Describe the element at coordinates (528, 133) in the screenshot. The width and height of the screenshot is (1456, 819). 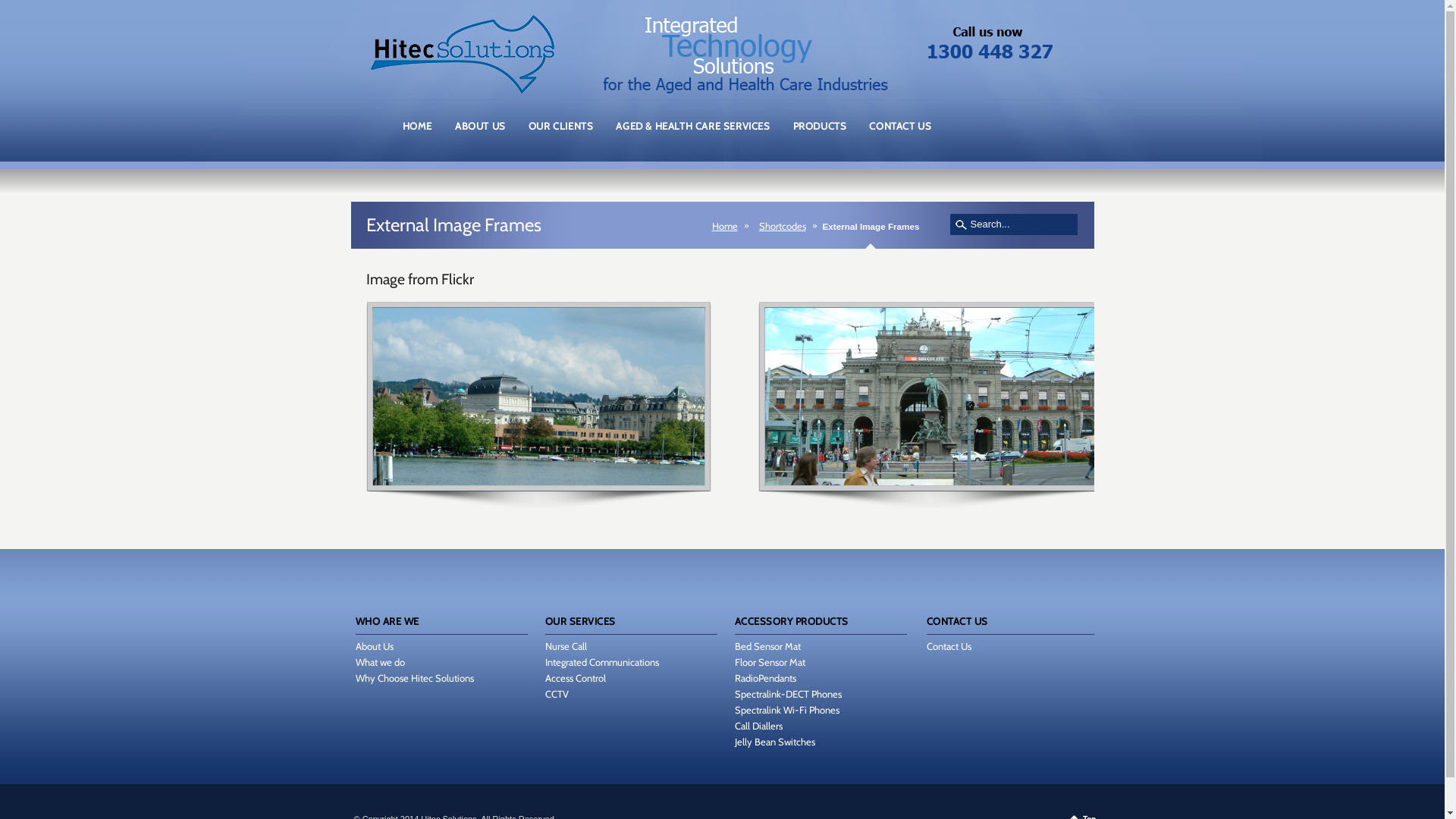
I see `'OUR CLIENTS'` at that location.